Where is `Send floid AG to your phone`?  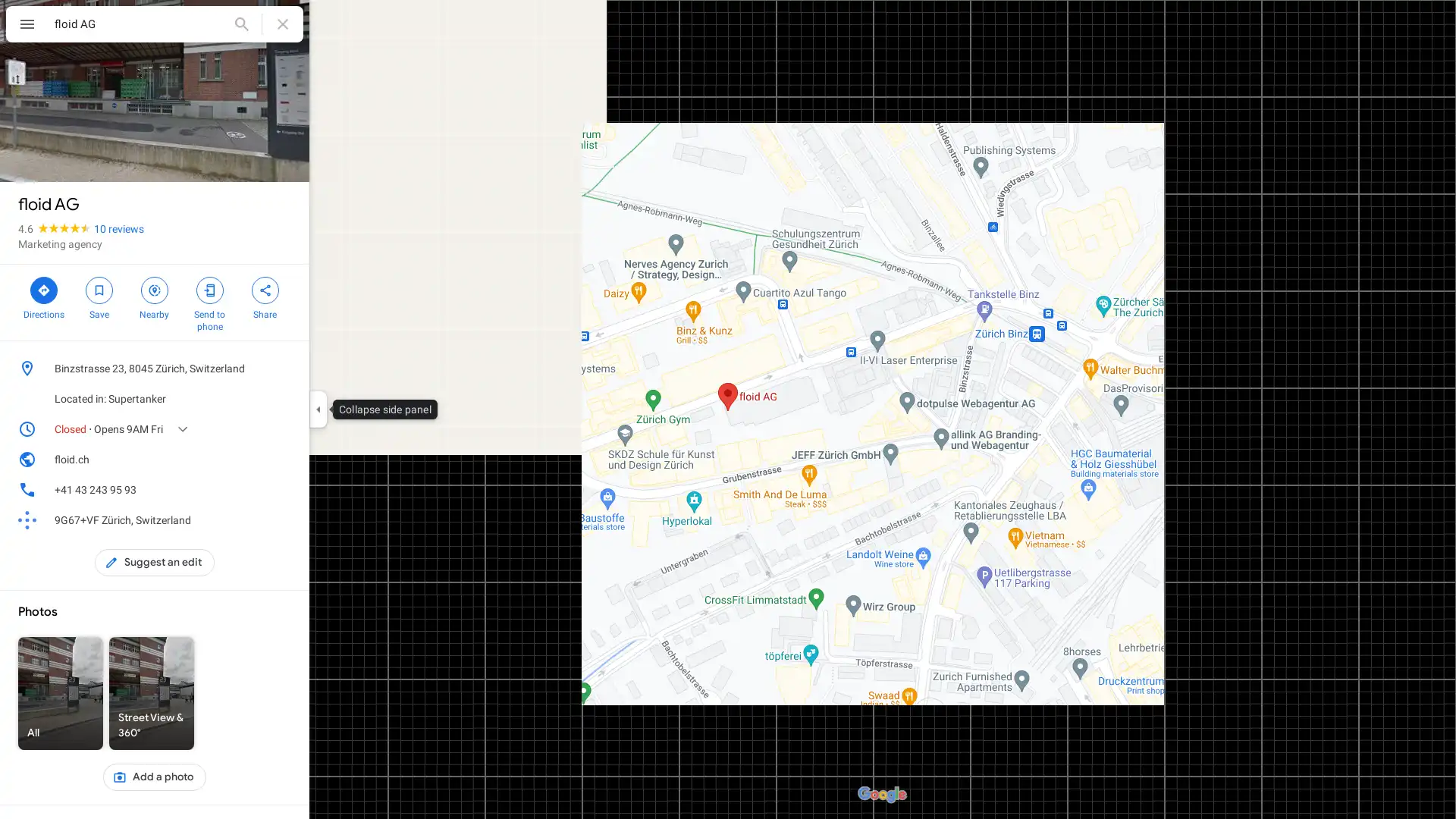 Send floid AG to your phone is located at coordinates (209, 302).